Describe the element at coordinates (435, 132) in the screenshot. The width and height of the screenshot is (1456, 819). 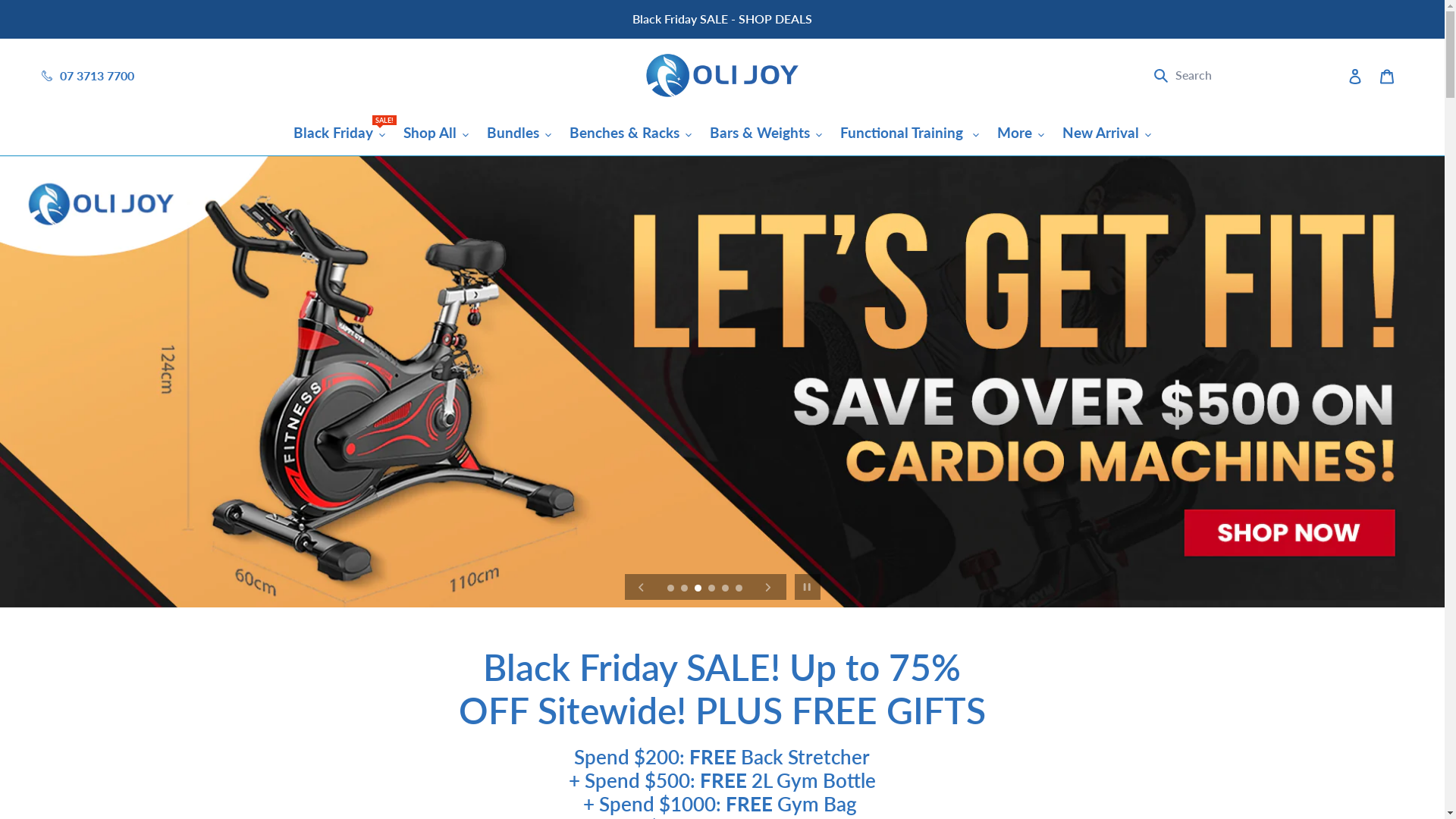
I see `'Shop All'` at that location.